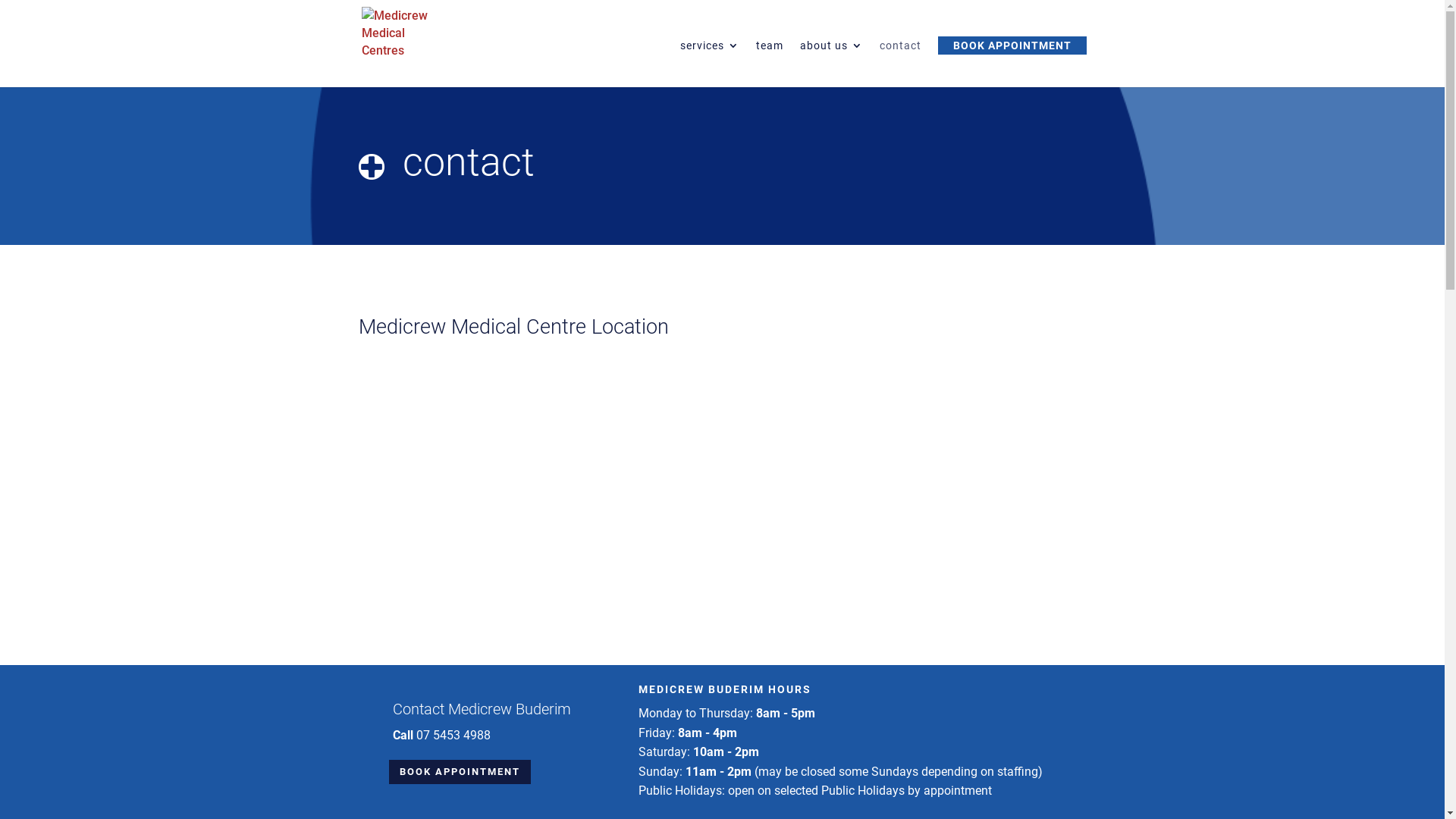  Describe the element at coordinates (458, 772) in the screenshot. I see `'BOOK APPOINTMENT'` at that location.